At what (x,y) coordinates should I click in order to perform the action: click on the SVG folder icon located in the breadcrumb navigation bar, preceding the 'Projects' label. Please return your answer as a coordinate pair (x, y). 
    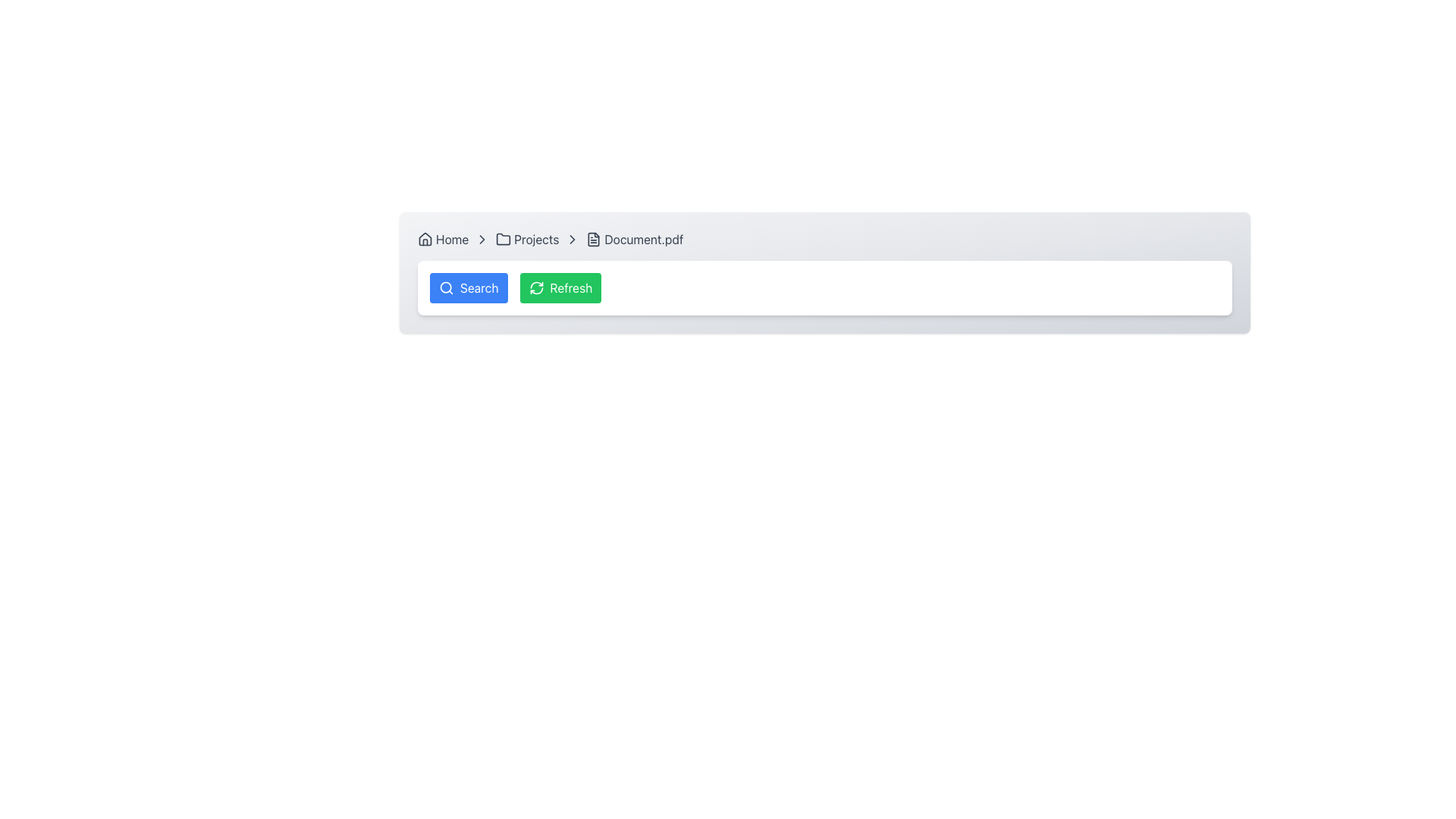
    Looking at the image, I should click on (504, 239).